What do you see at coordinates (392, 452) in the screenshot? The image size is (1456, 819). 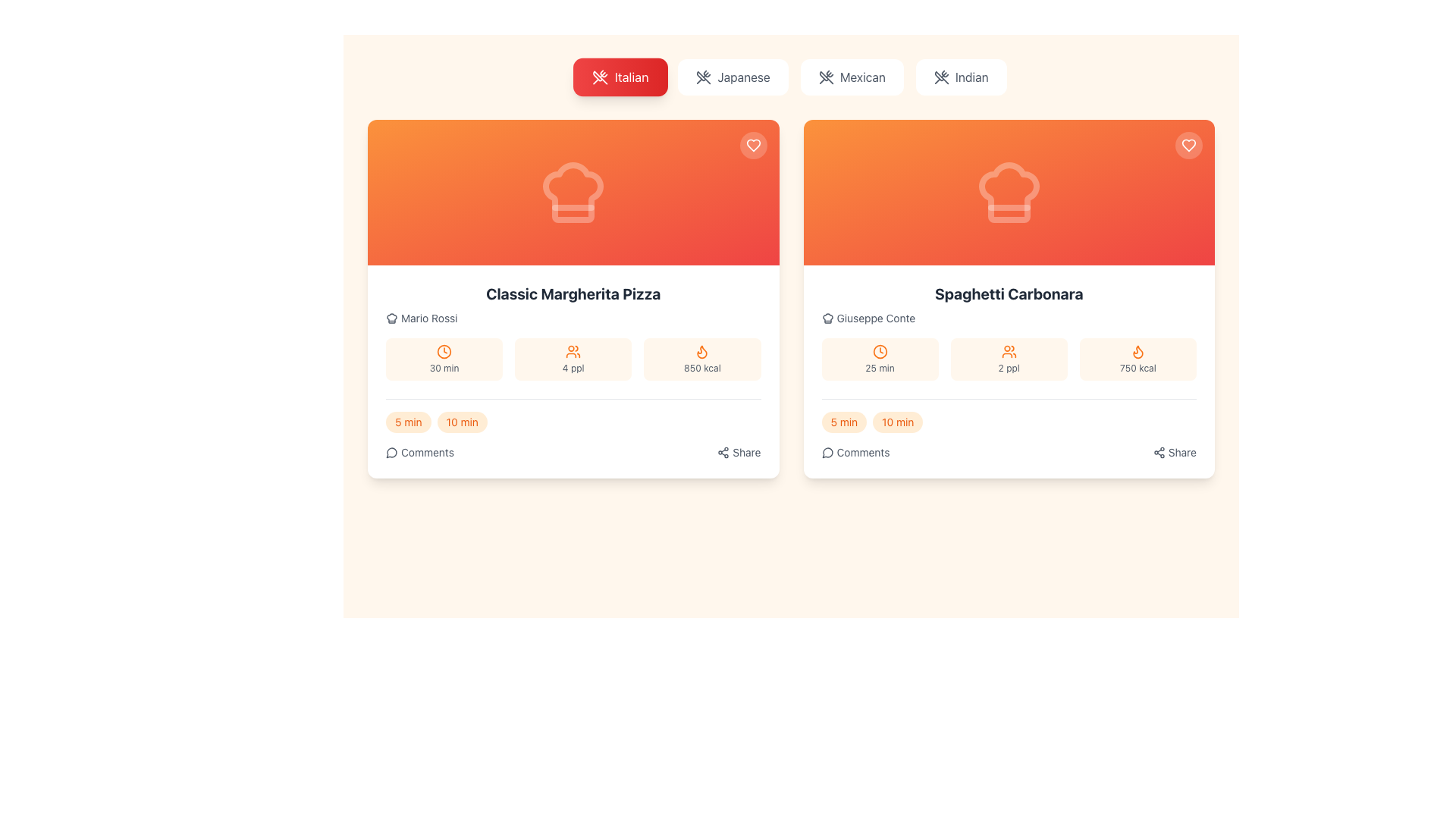 I see `the comments icon located to the left of the word 'Comments' in the section below the 'Classic Margherita Pizza' recipe card` at bounding box center [392, 452].